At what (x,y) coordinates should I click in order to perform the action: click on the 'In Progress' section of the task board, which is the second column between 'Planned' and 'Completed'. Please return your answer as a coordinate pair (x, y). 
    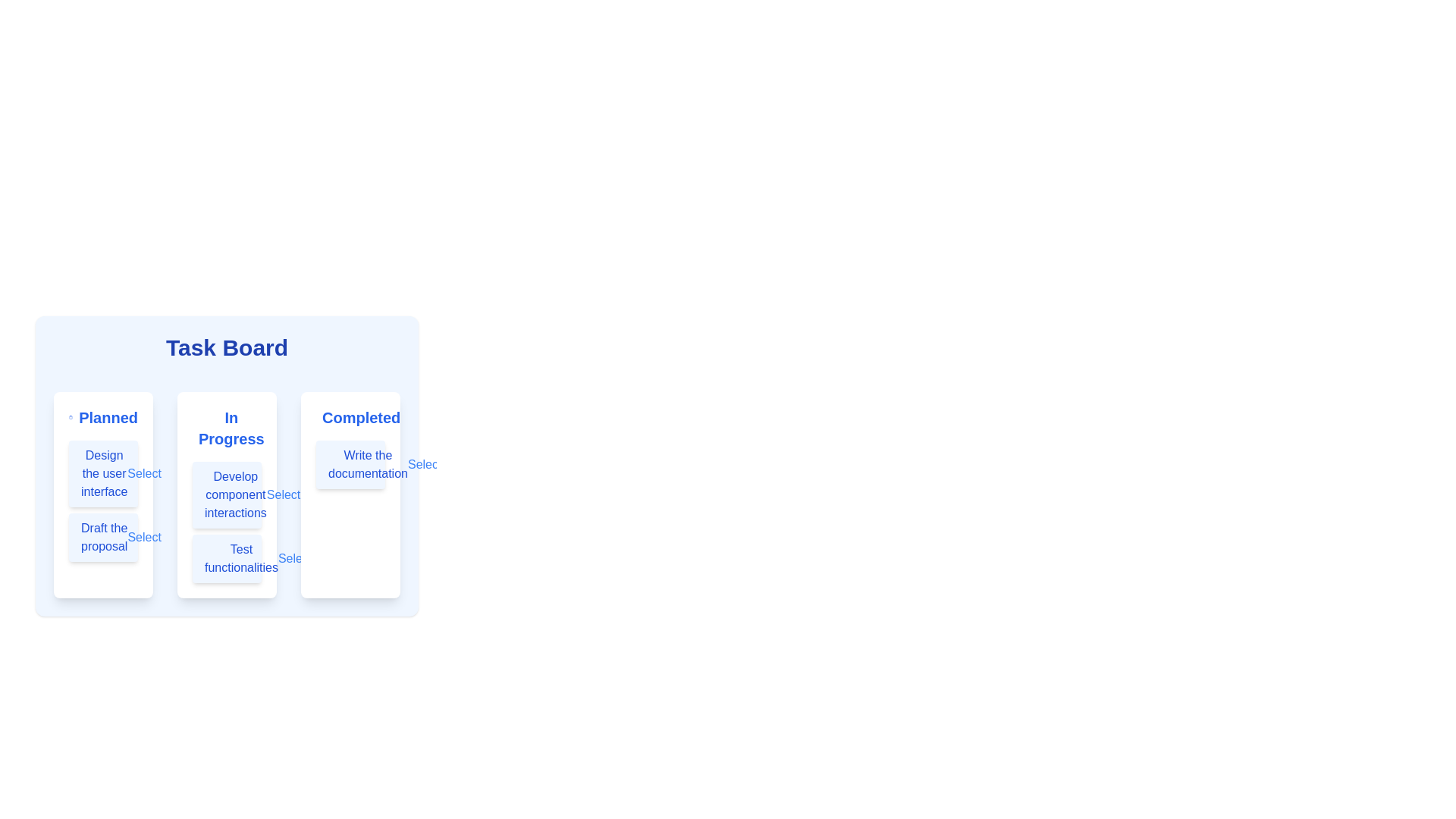
    Looking at the image, I should click on (226, 494).